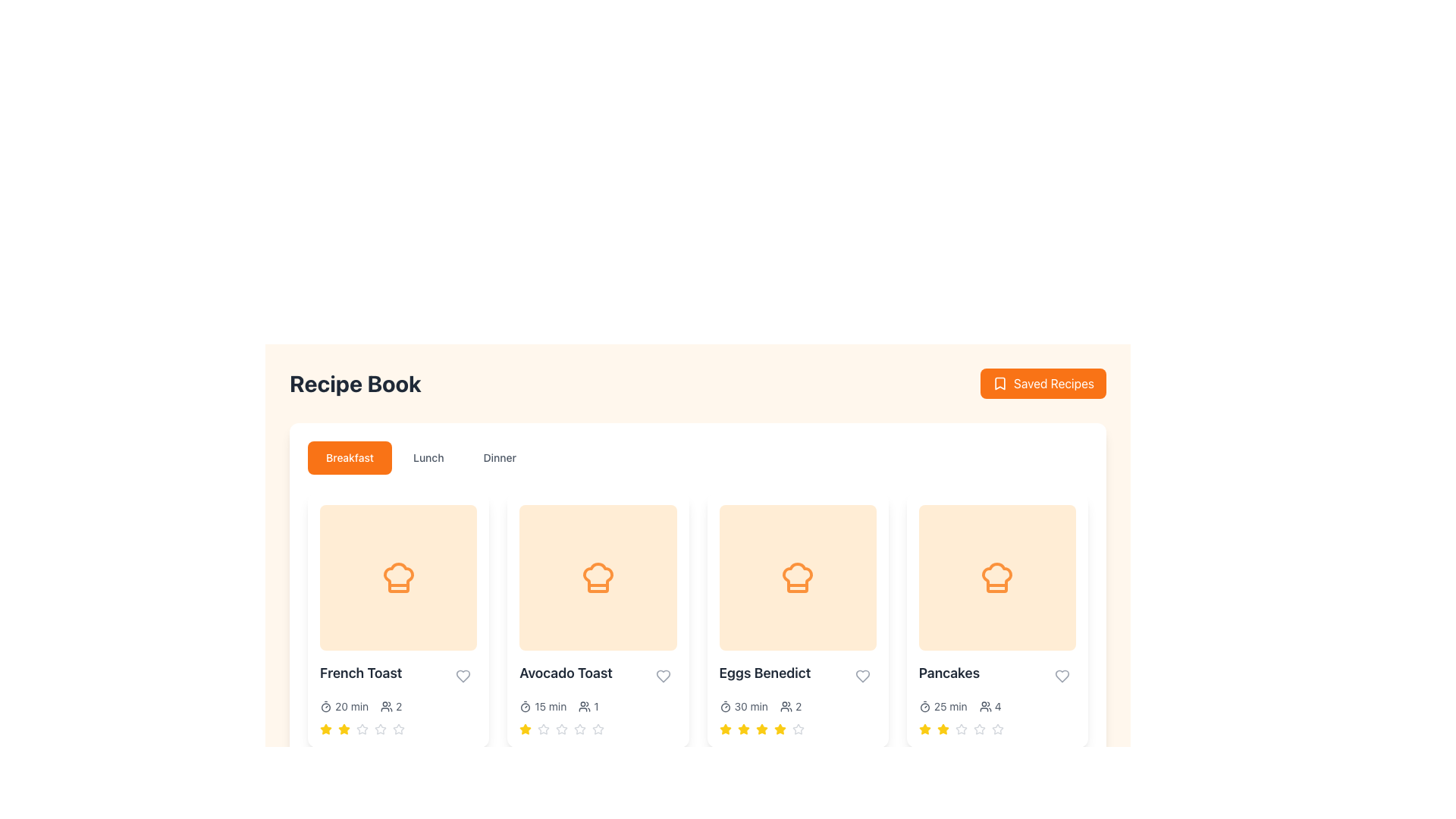 This screenshot has width=1456, height=819. Describe the element at coordinates (797, 578) in the screenshot. I see `the recipe category icon located in the second card of the third row below the 'Recipe Book' header, which is the third item from the left in the row` at that location.